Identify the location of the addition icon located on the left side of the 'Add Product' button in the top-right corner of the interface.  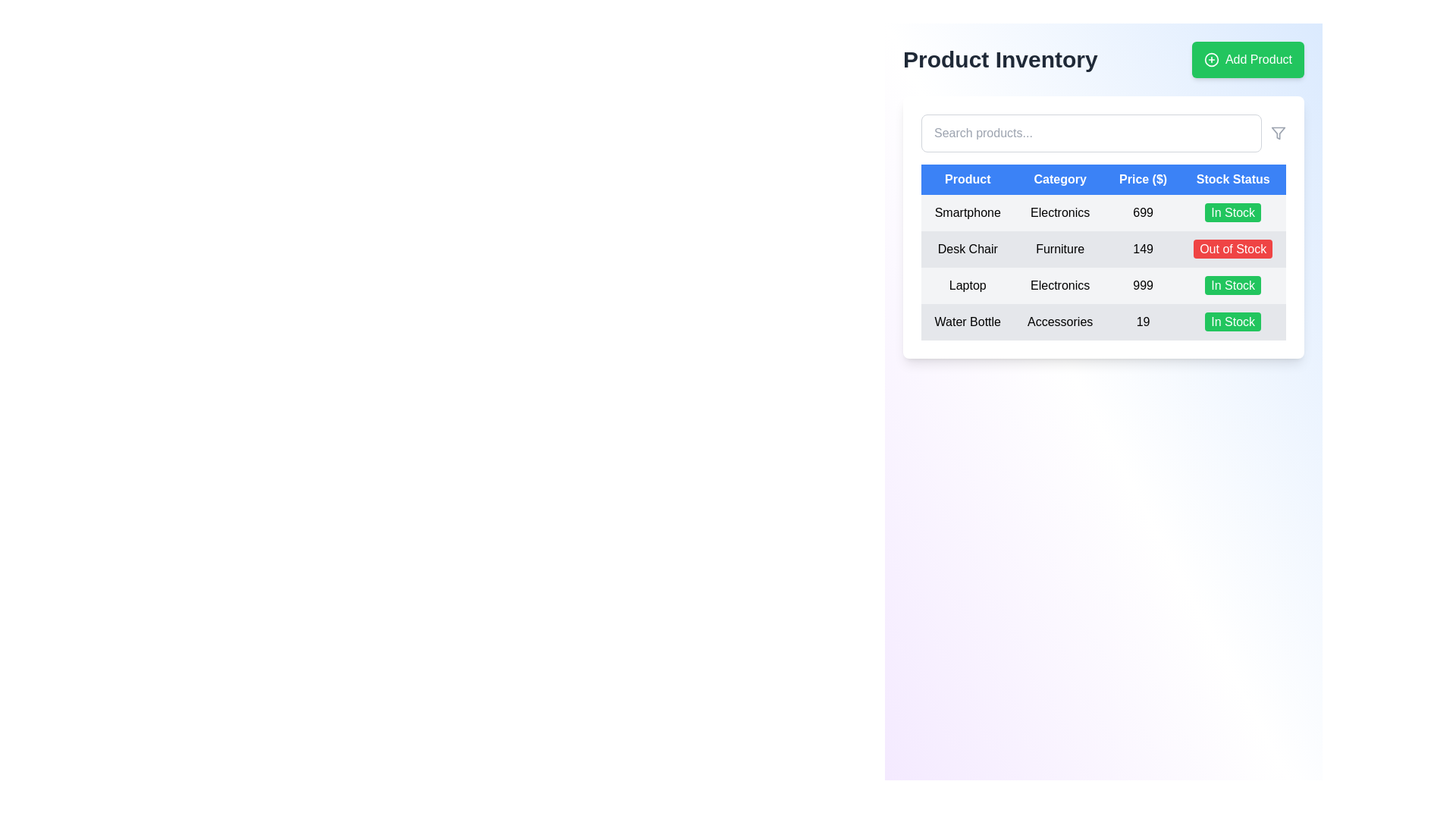
(1211, 58).